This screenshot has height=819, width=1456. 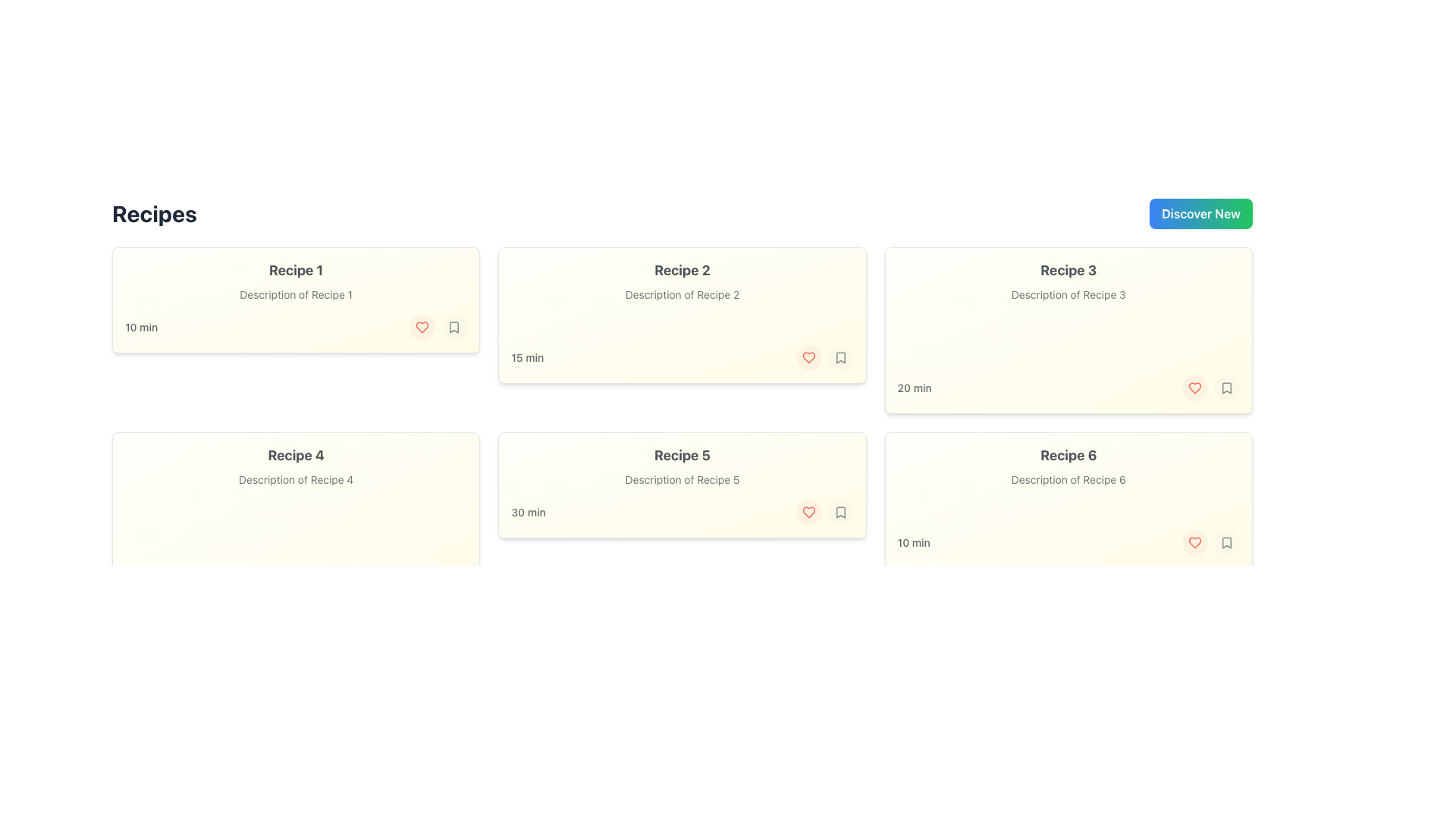 I want to click on title text of the recipe card labeled 'Recipe 6', which is positioned in the upper section of the card, so click(x=1068, y=455).